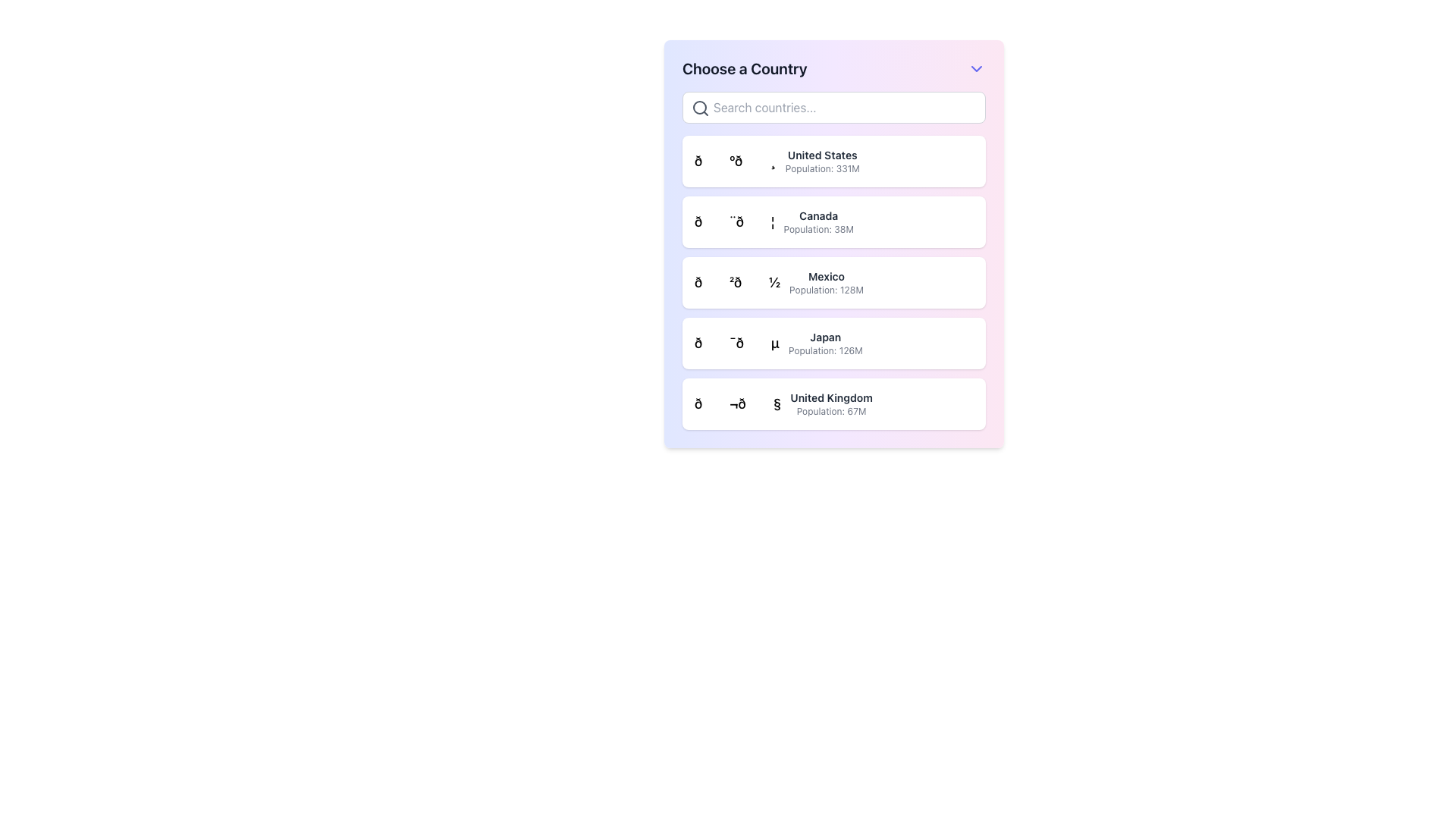  I want to click on the fifth selectable country option in the list, which displays 'United Kingdom' and its population details, so click(783, 403).